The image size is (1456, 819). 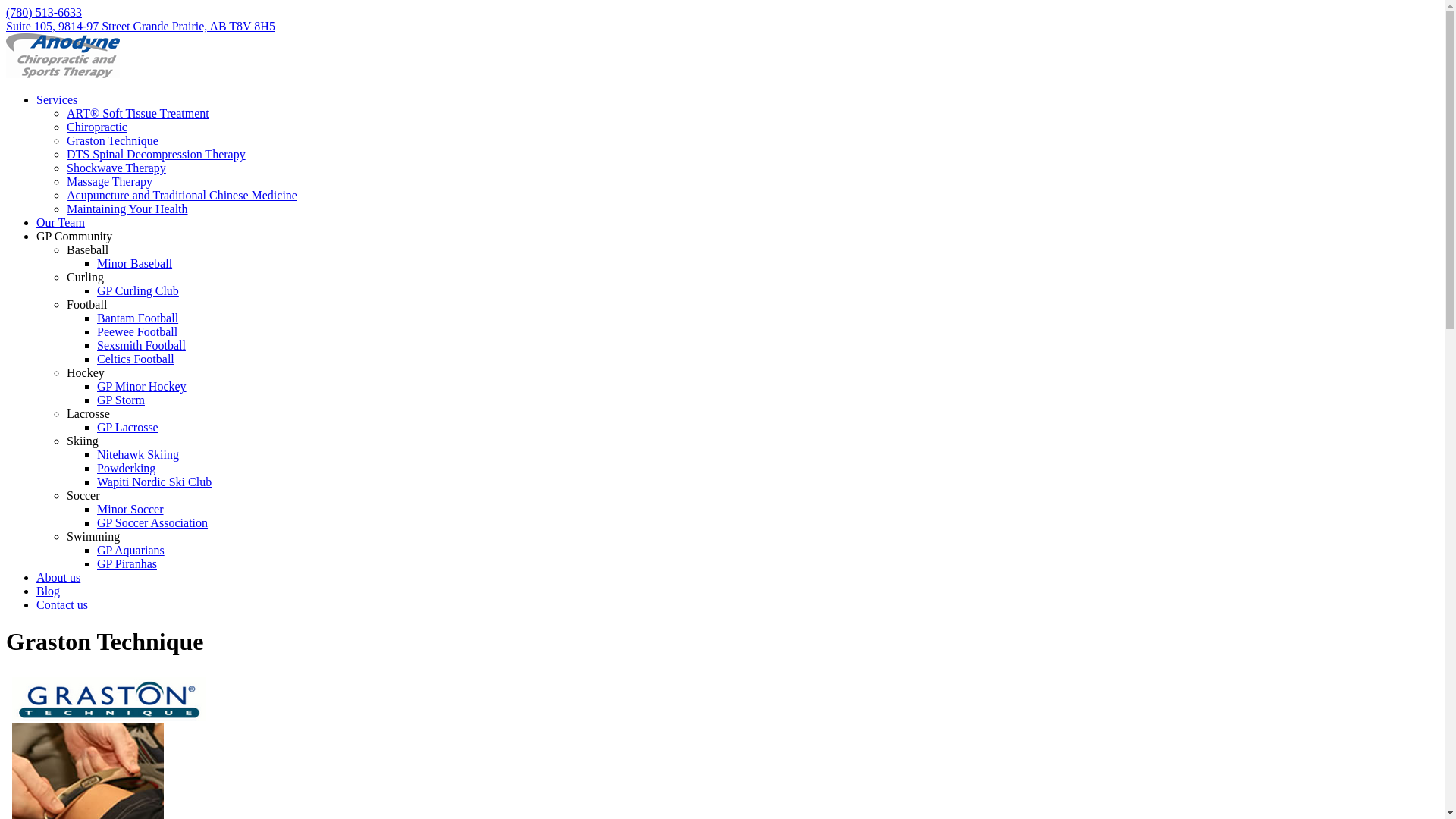 I want to click on 'Peewee Football', so click(x=137, y=331).